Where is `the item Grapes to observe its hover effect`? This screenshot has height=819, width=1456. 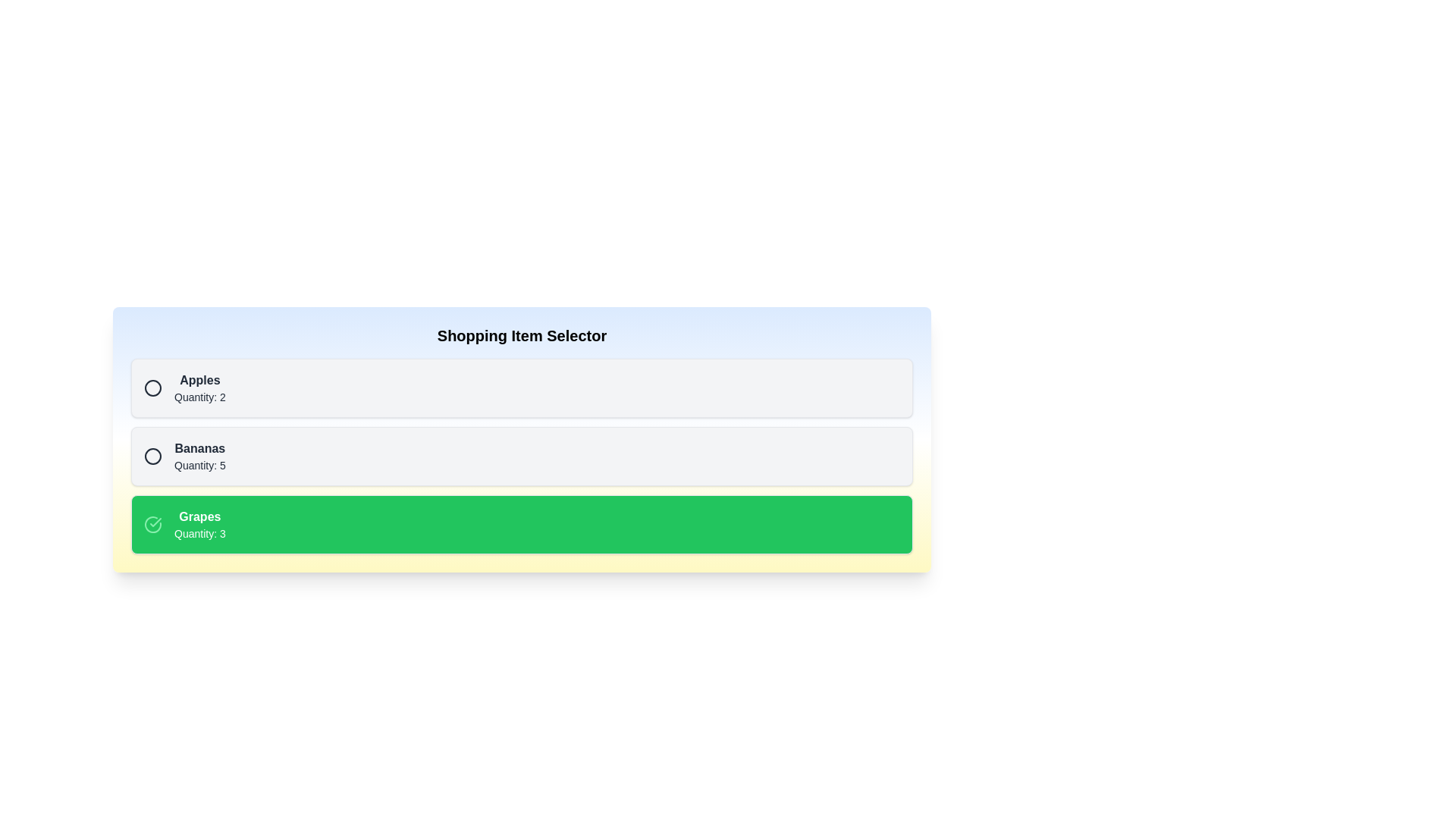
the item Grapes to observe its hover effect is located at coordinates (522, 523).